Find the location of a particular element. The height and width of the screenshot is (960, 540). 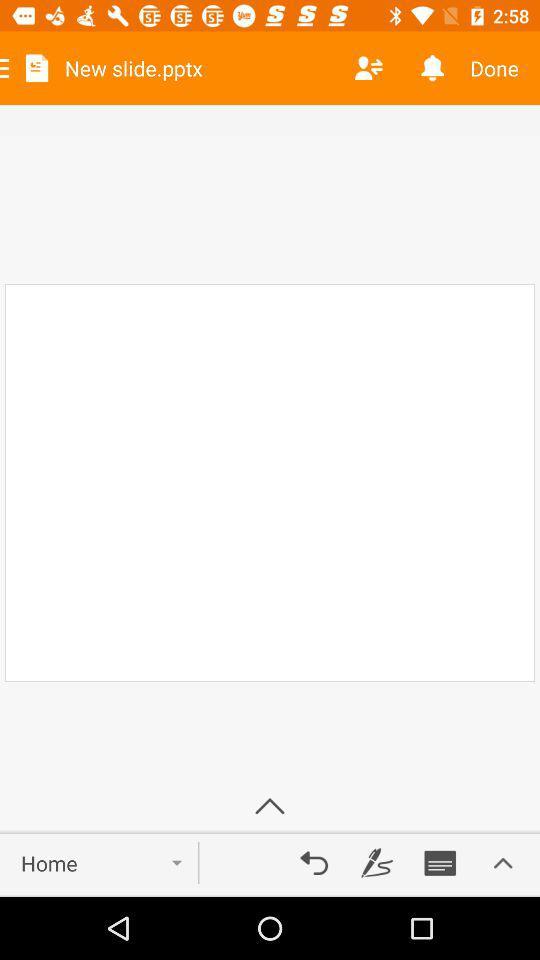

the done icon is located at coordinates (500, 68).